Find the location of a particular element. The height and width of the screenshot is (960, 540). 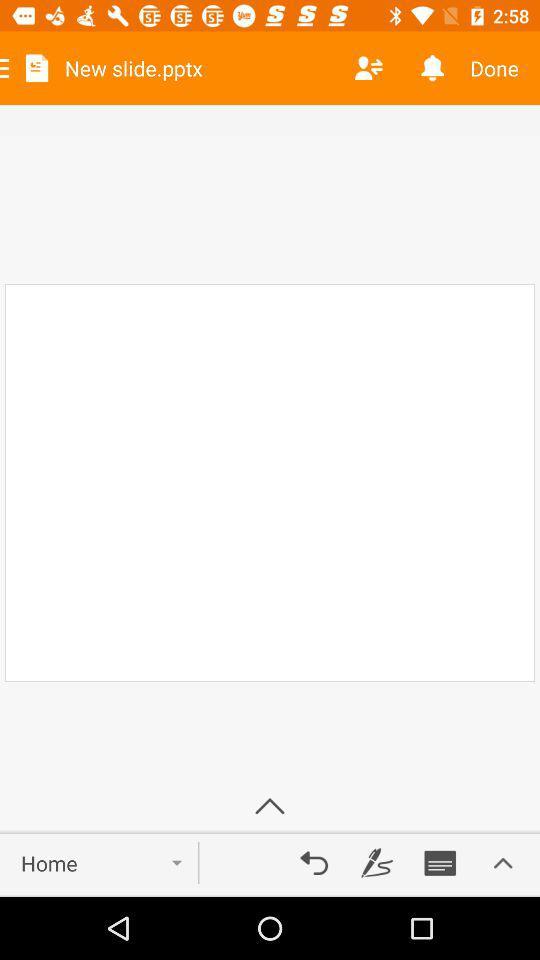

the done icon is located at coordinates (500, 68).